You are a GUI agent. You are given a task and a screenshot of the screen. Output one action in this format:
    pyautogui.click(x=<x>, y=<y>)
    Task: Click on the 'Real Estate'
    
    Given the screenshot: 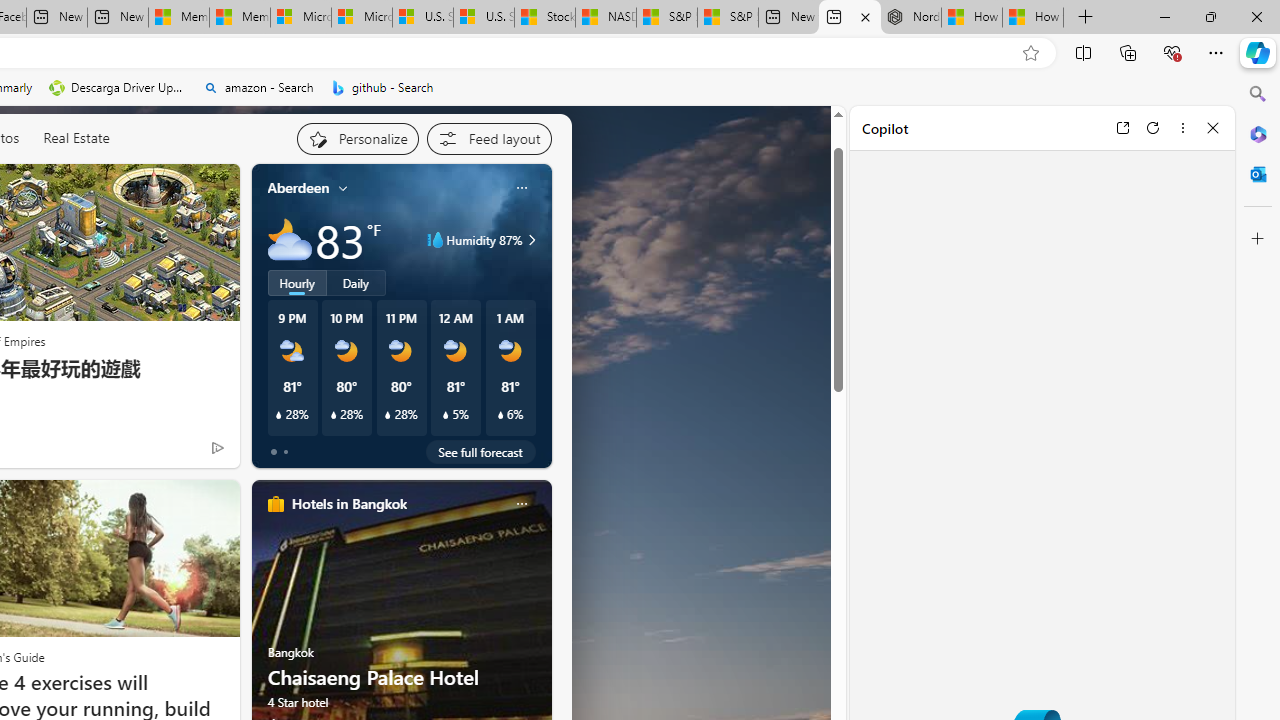 What is the action you would take?
    pyautogui.click(x=76, y=137)
    